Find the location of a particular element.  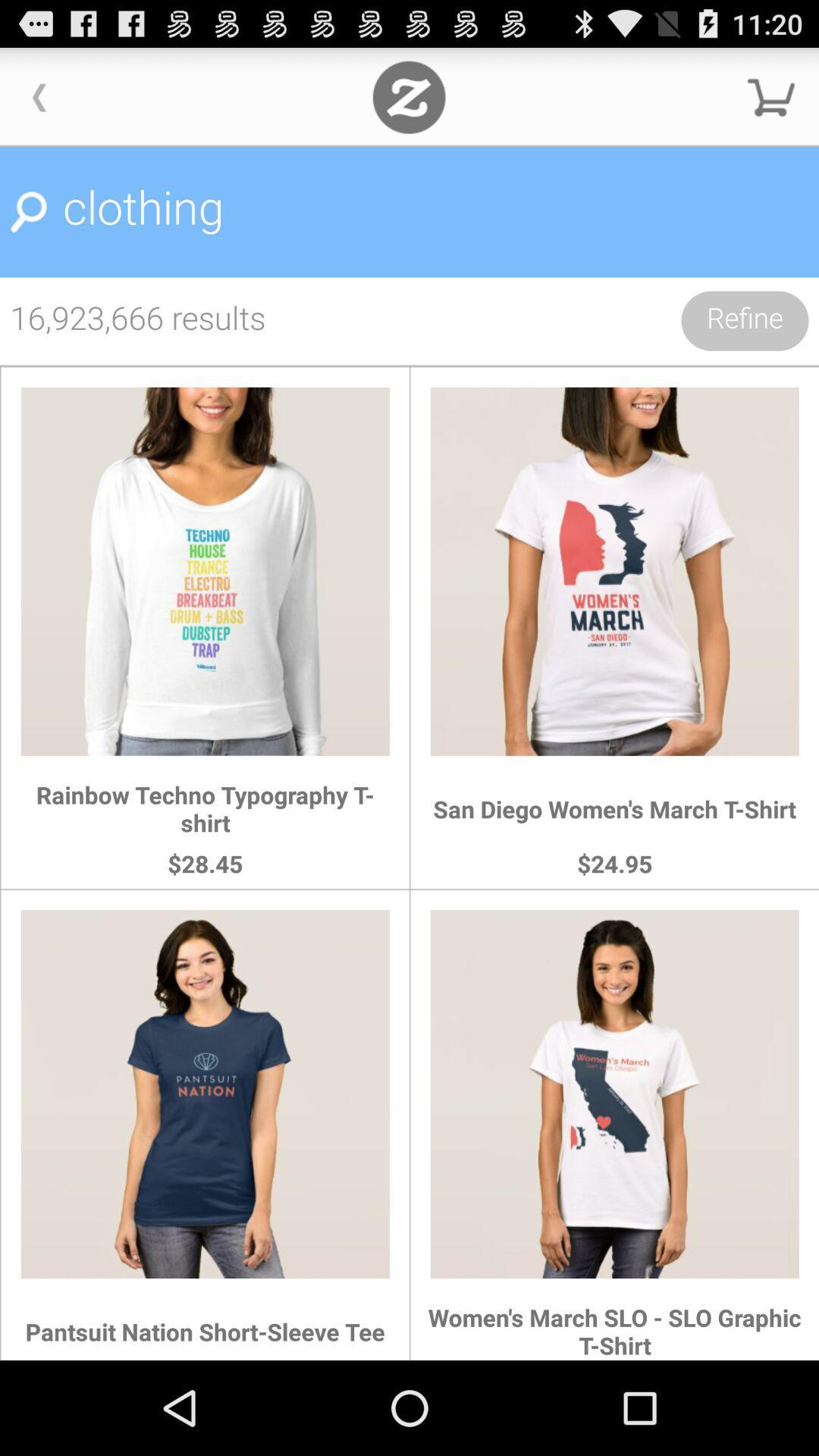

the cart icon is located at coordinates (771, 103).